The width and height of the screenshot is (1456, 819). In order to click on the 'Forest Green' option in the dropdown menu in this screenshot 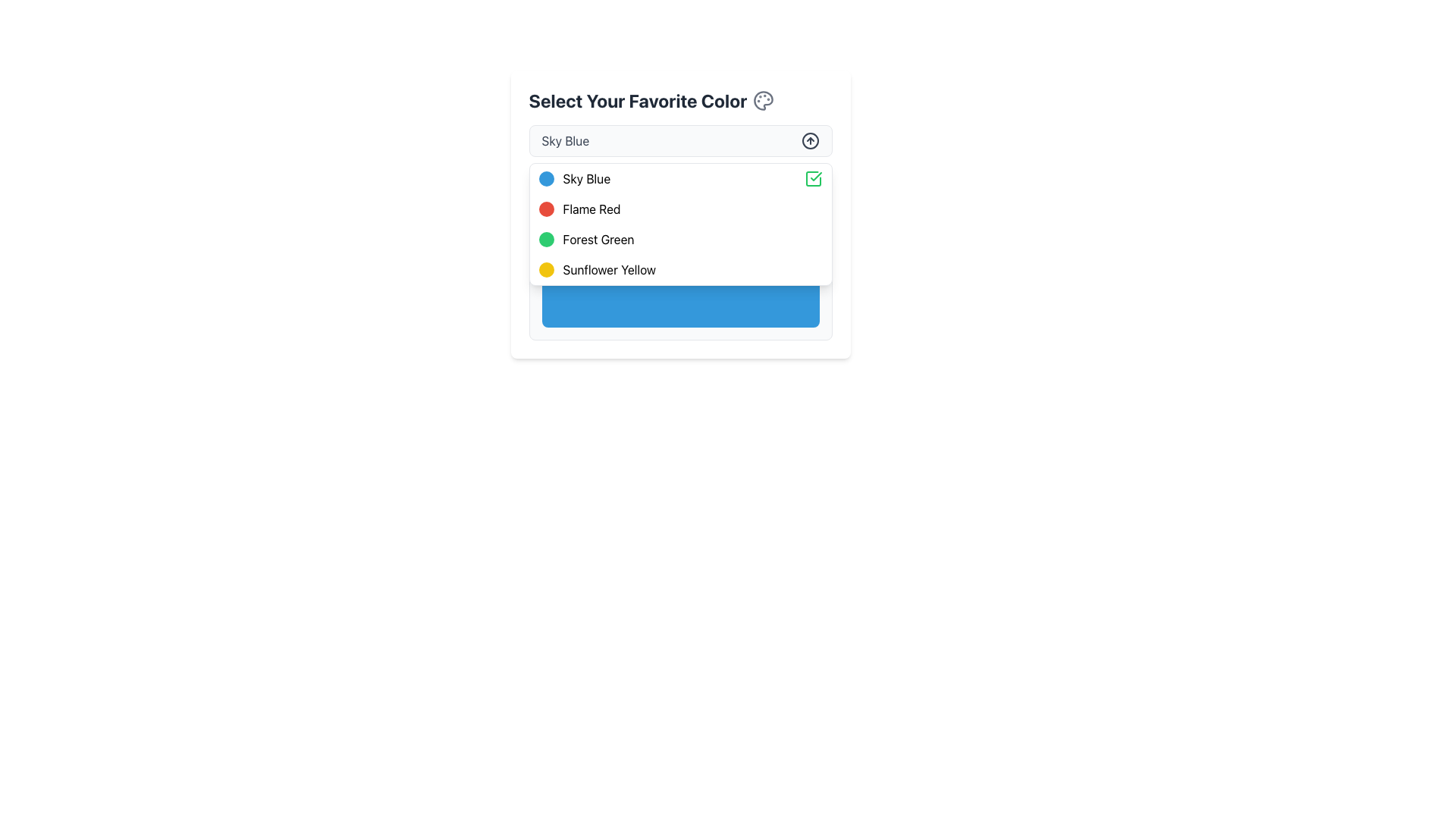, I will do `click(598, 239)`.